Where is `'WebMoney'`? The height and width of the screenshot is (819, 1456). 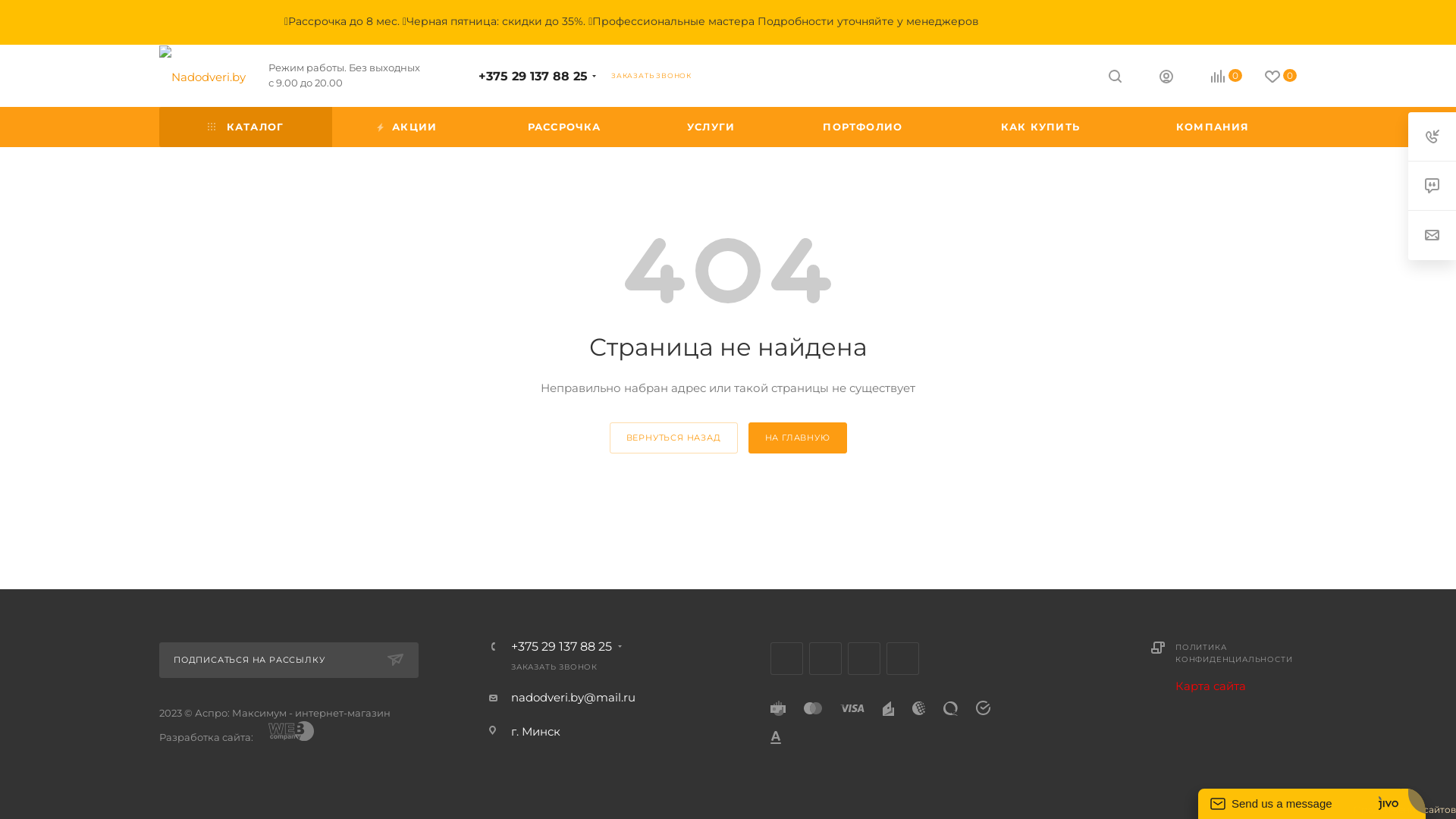
'WebMoney' is located at coordinates (918, 708).